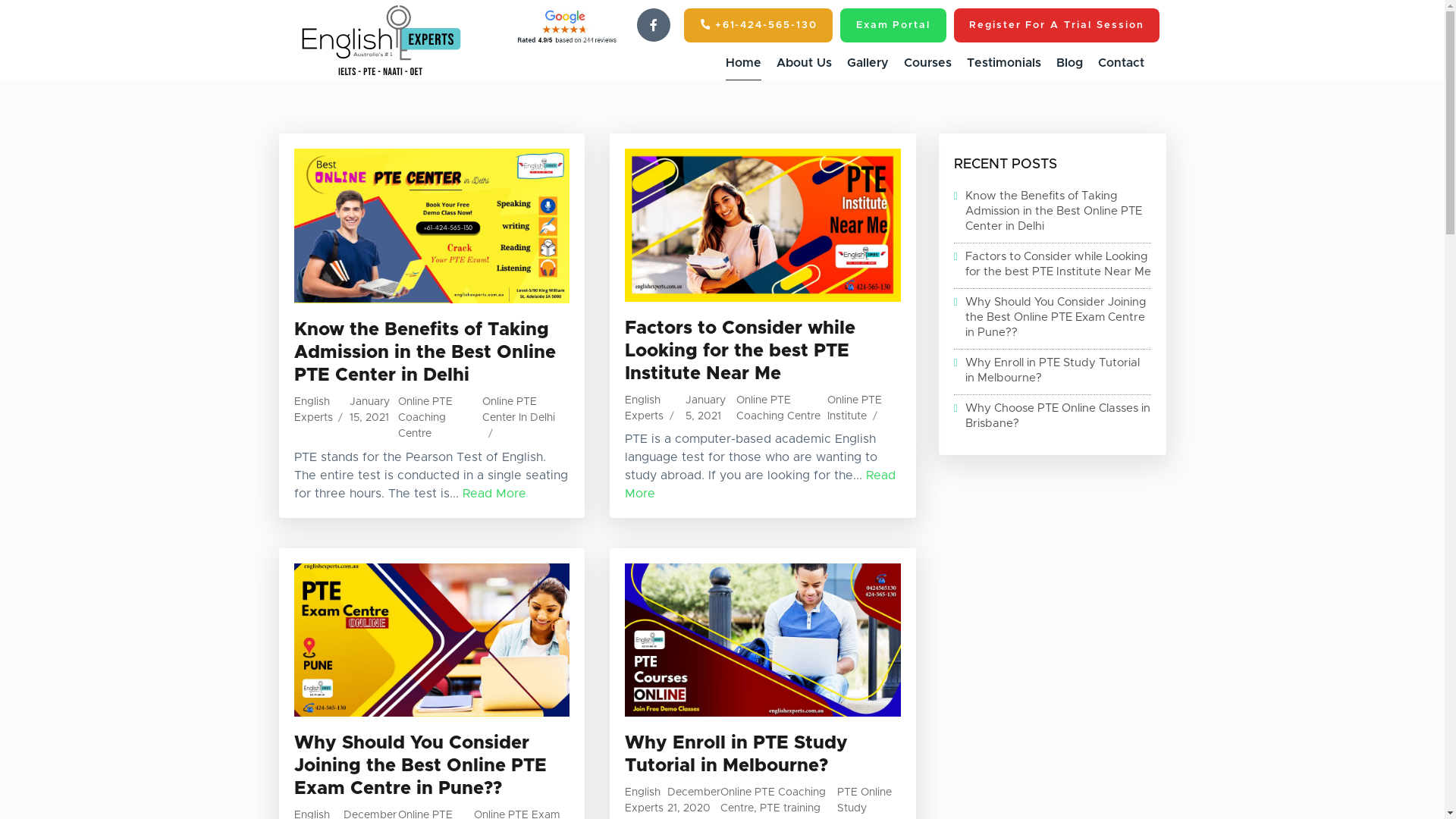 The image size is (1456, 819). What do you see at coordinates (855, 407) in the screenshot?
I see `'Online PTE Institute'` at bounding box center [855, 407].